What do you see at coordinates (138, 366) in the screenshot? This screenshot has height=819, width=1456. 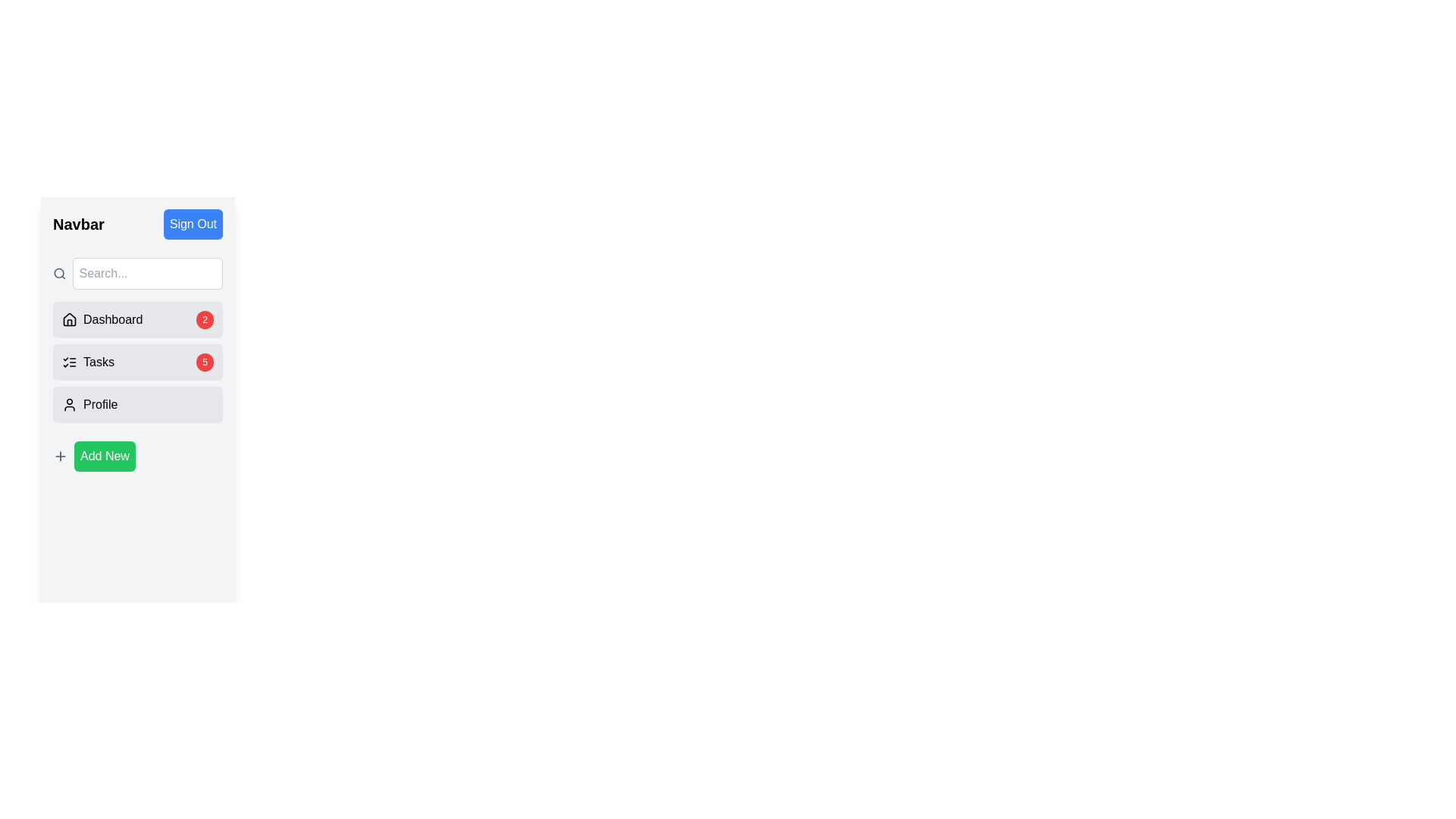 I see `the navigation menu item to switch sections in the application, located in the sidebar below the search bar` at bounding box center [138, 366].